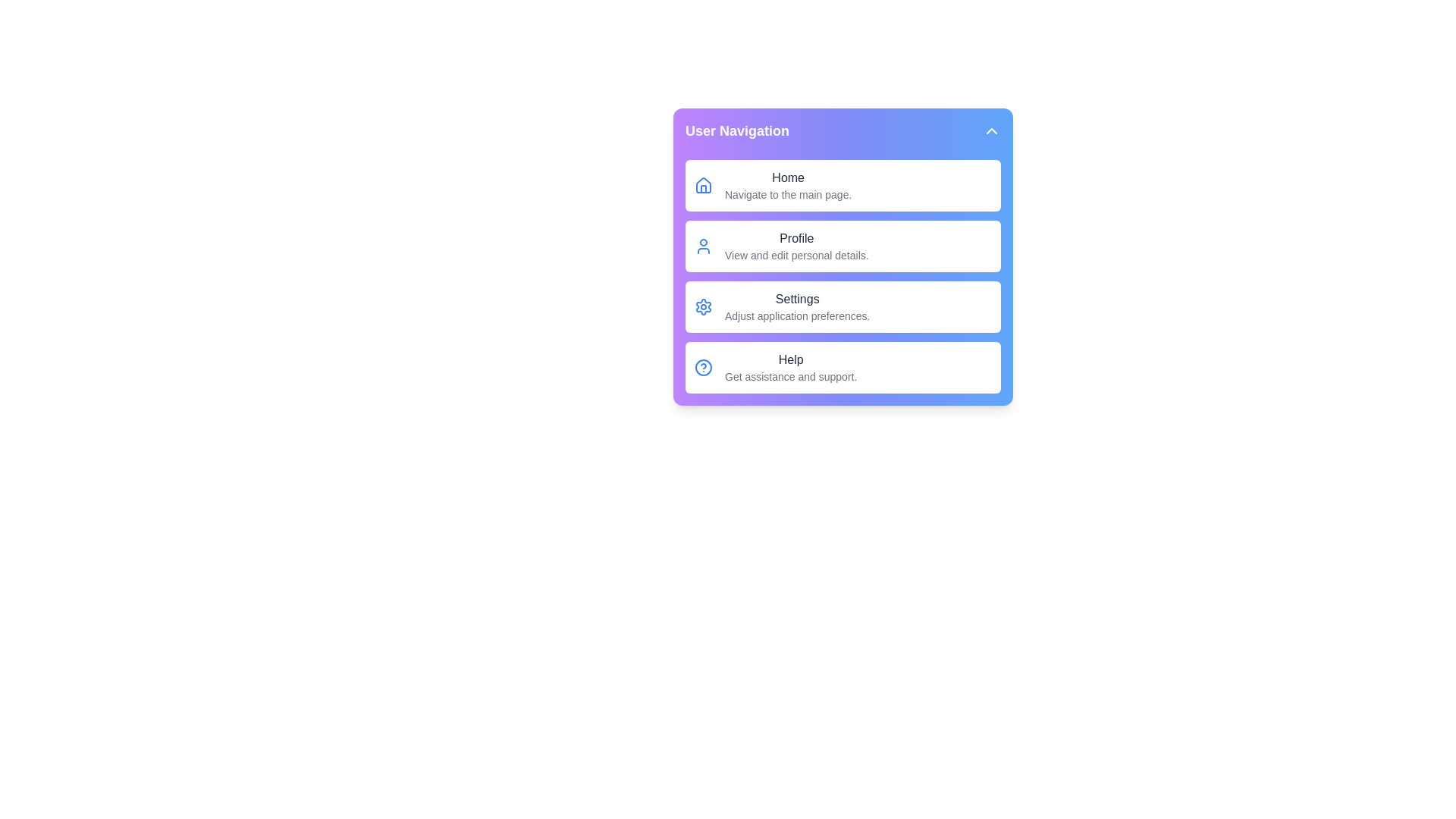 This screenshot has height=819, width=1456. Describe the element at coordinates (843, 307) in the screenshot. I see `the menu item Settings from the dropdown menu` at that location.